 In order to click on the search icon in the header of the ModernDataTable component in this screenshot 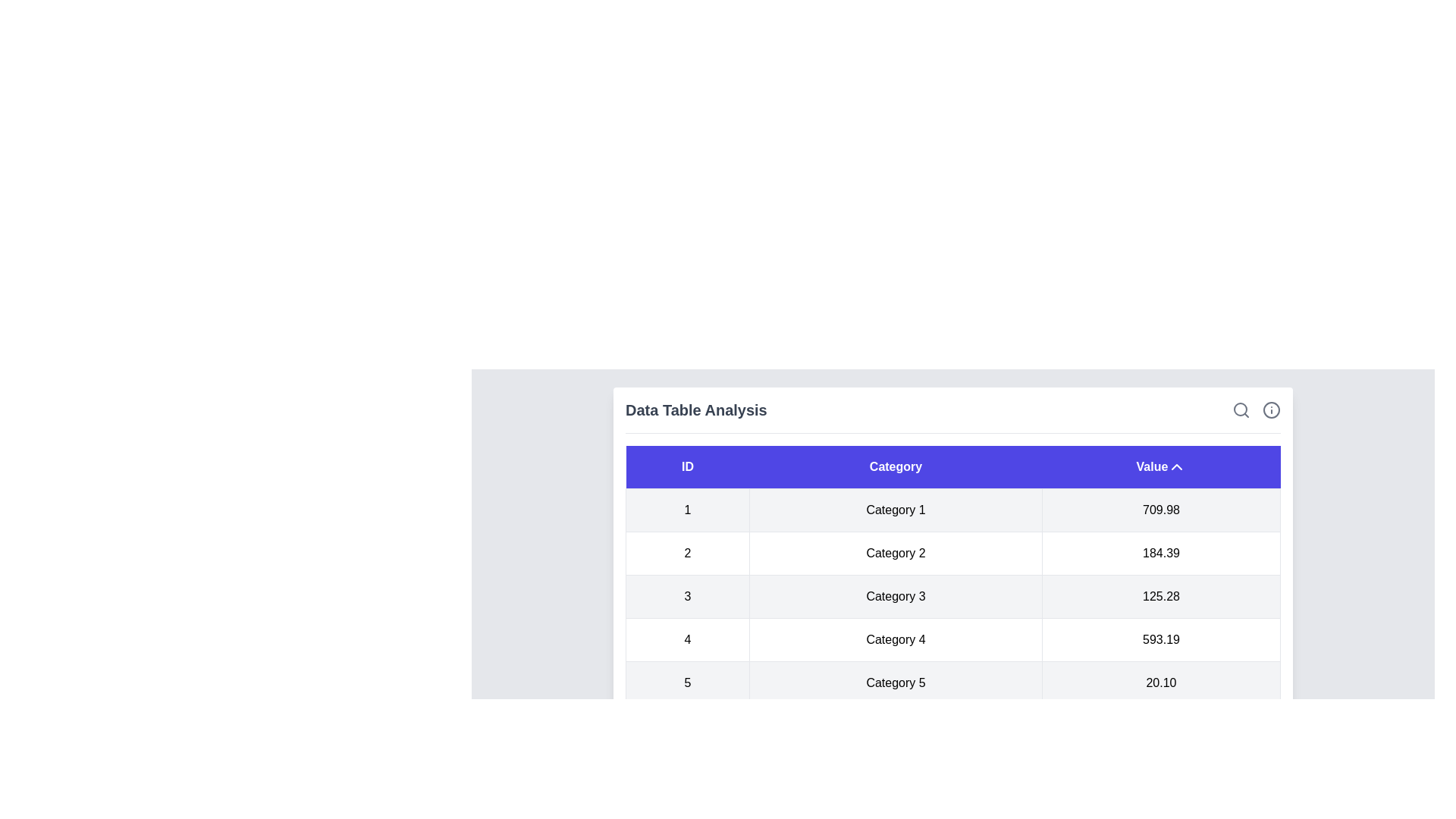, I will do `click(1241, 409)`.